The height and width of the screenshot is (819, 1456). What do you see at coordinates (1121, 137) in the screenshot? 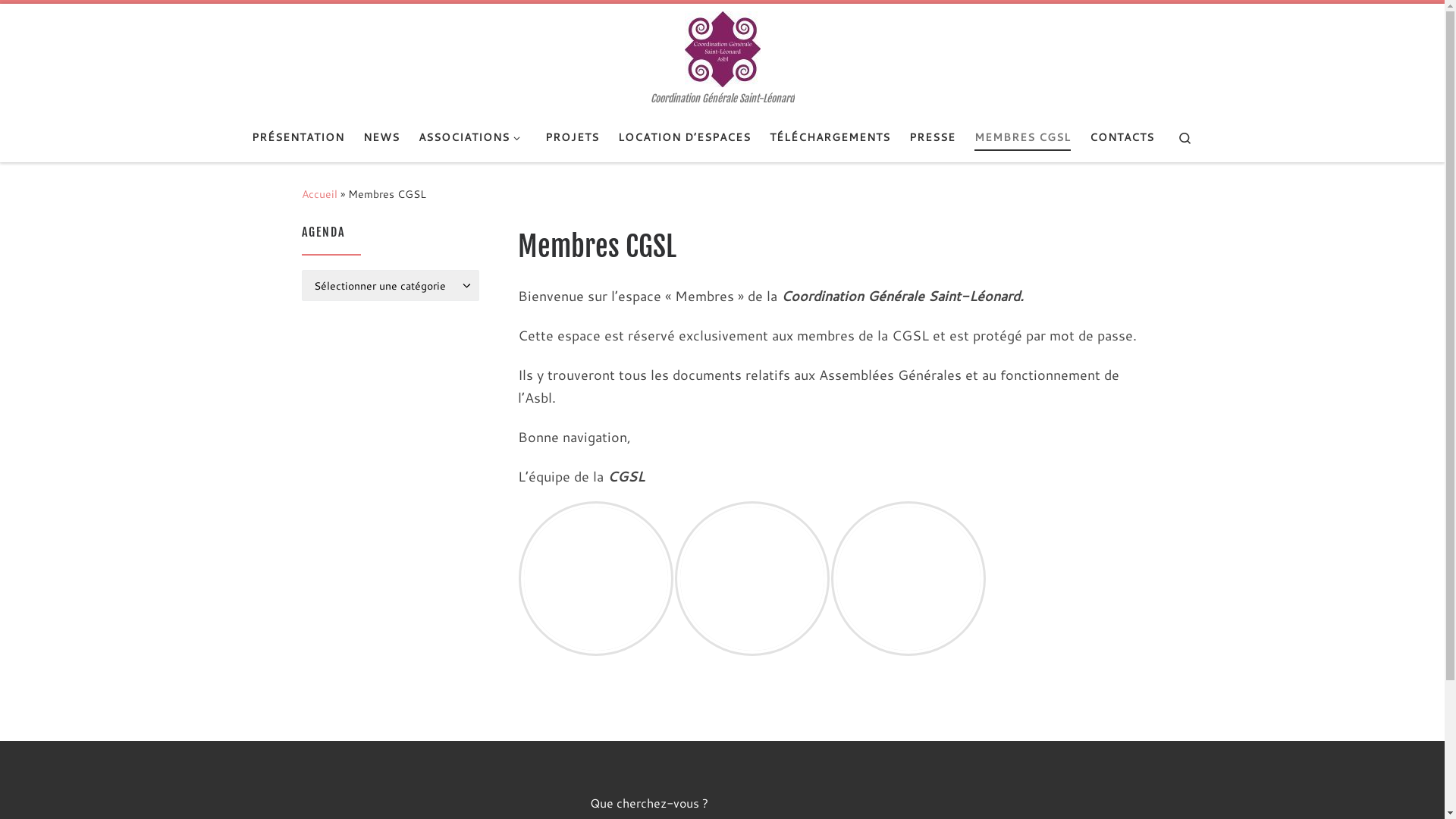
I see `'CONTACTS'` at bounding box center [1121, 137].